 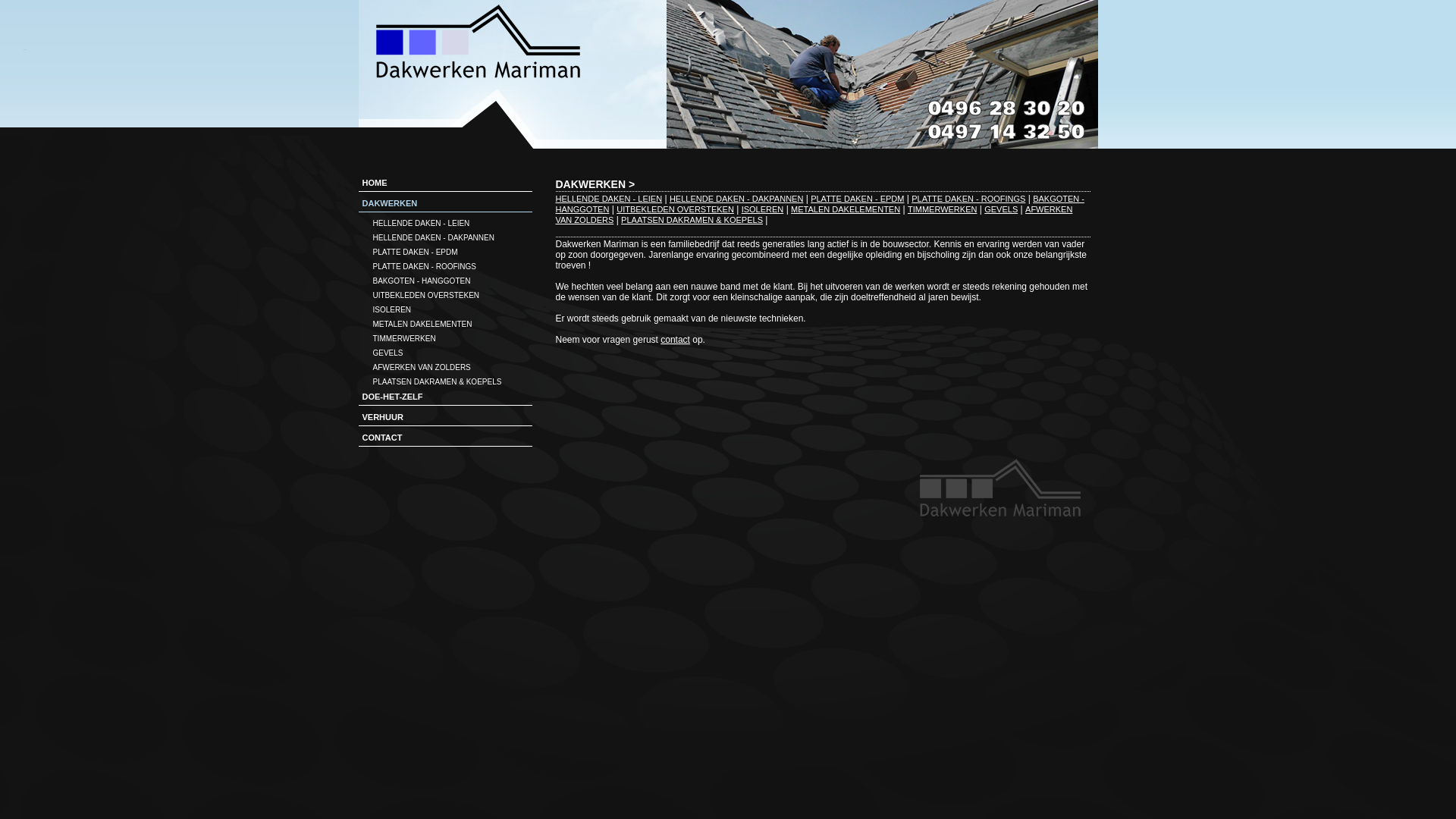 I want to click on 'HELLENDE DAKEN - DAKPANNEN', so click(x=441, y=237).